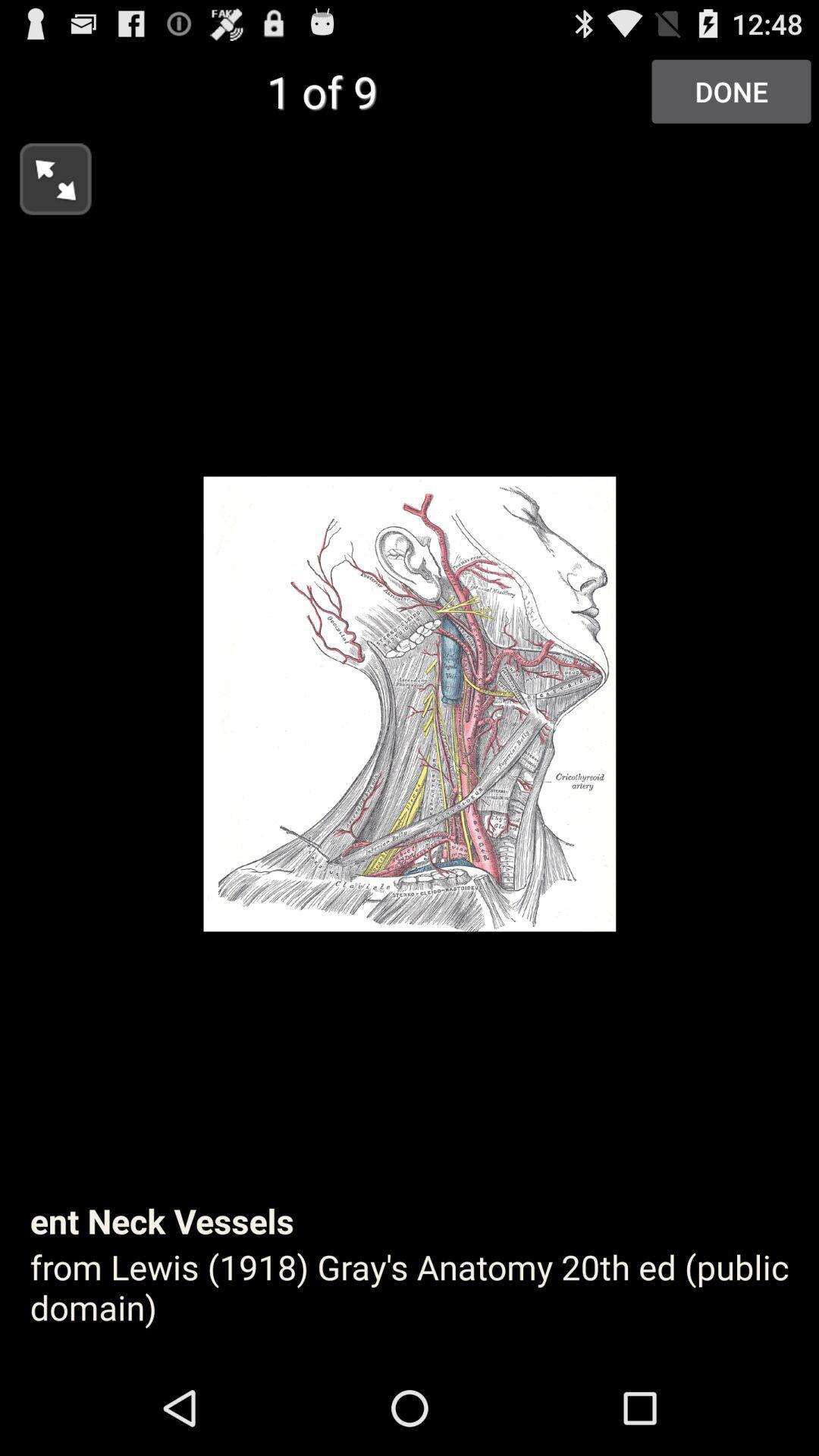 This screenshot has height=1456, width=819. What do you see at coordinates (409, 703) in the screenshot?
I see `icon at the center` at bounding box center [409, 703].